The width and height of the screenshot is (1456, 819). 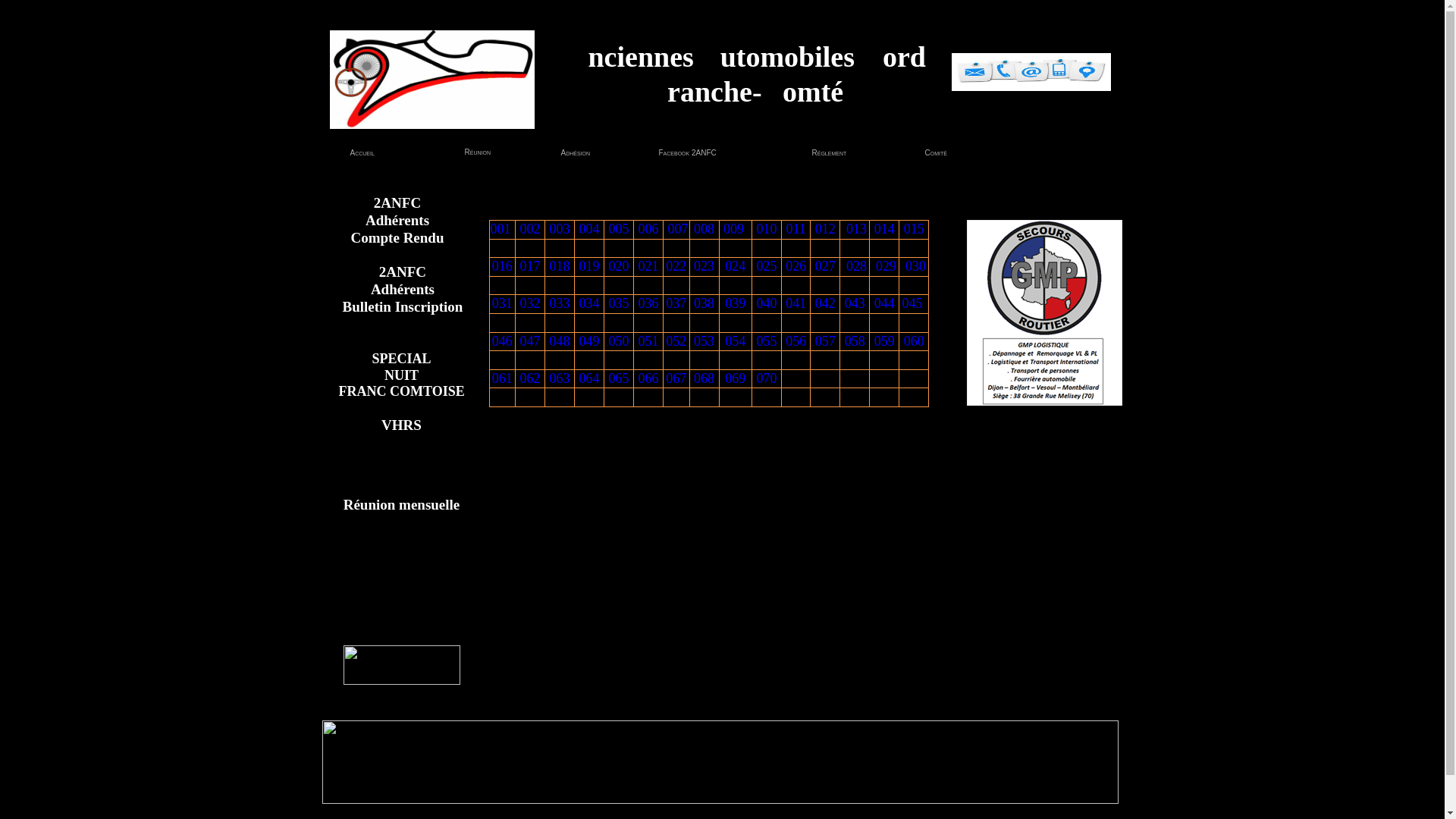 What do you see at coordinates (913, 341) in the screenshot?
I see `'060'` at bounding box center [913, 341].